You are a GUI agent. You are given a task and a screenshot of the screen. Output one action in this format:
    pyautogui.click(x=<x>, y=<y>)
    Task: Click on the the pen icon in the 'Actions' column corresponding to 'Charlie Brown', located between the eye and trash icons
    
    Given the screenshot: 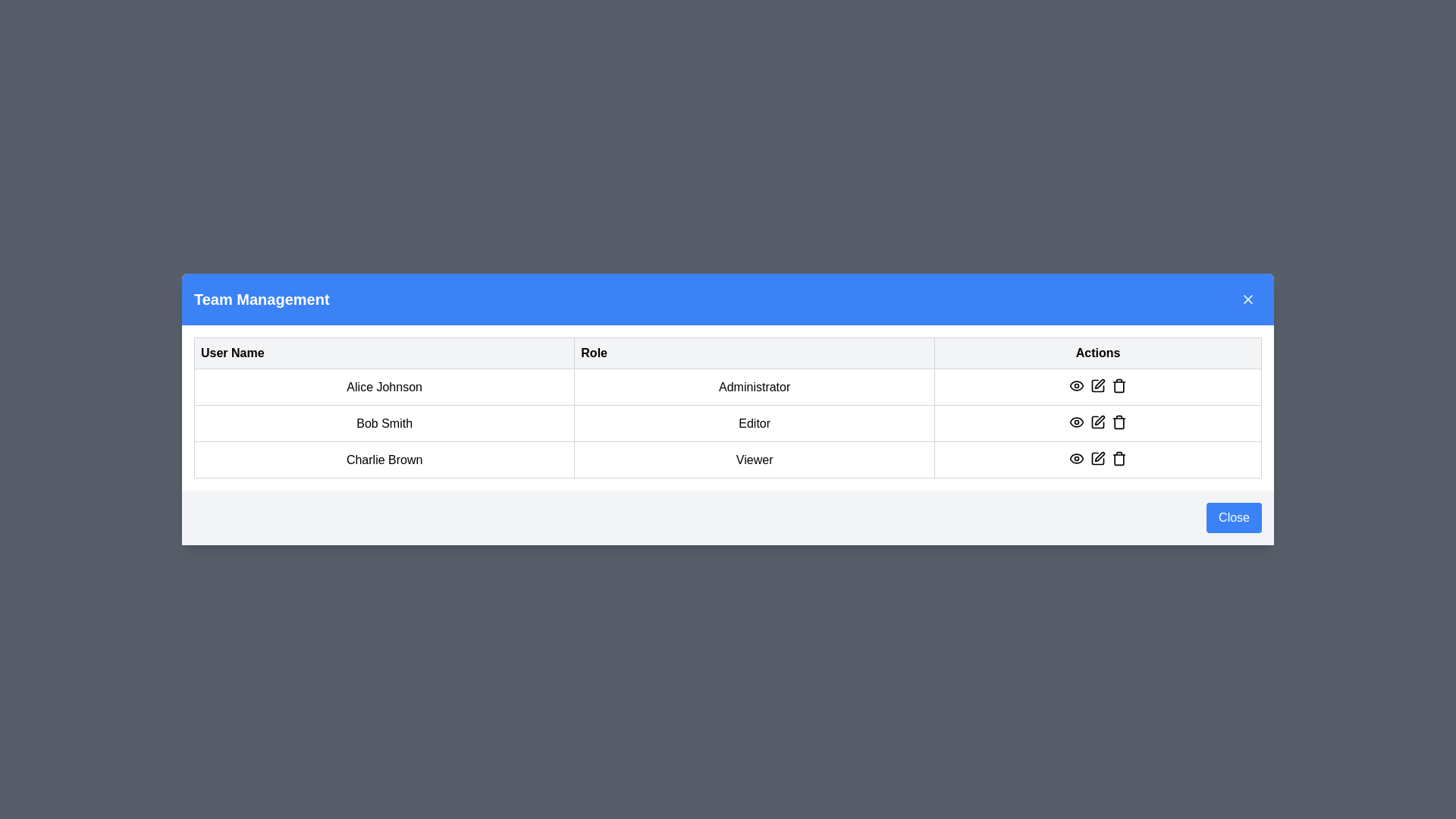 What is the action you would take?
    pyautogui.click(x=1098, y=458)
    